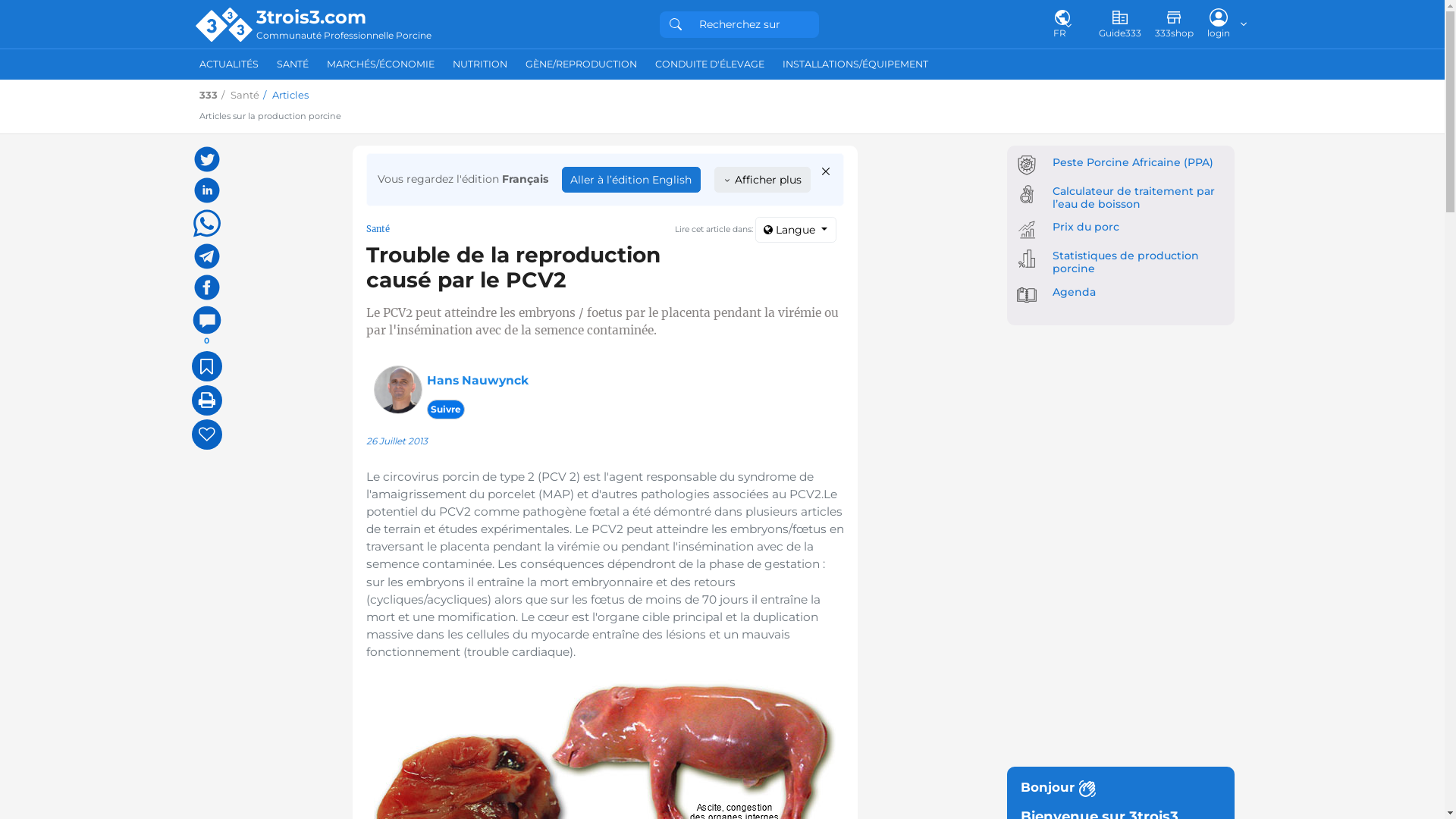 The height and width of the screenshot is (819, 1456). What do you see at coordinates (1219, 24) in the screenshot?
I see `'login'` at bounding box center [1219, 24].